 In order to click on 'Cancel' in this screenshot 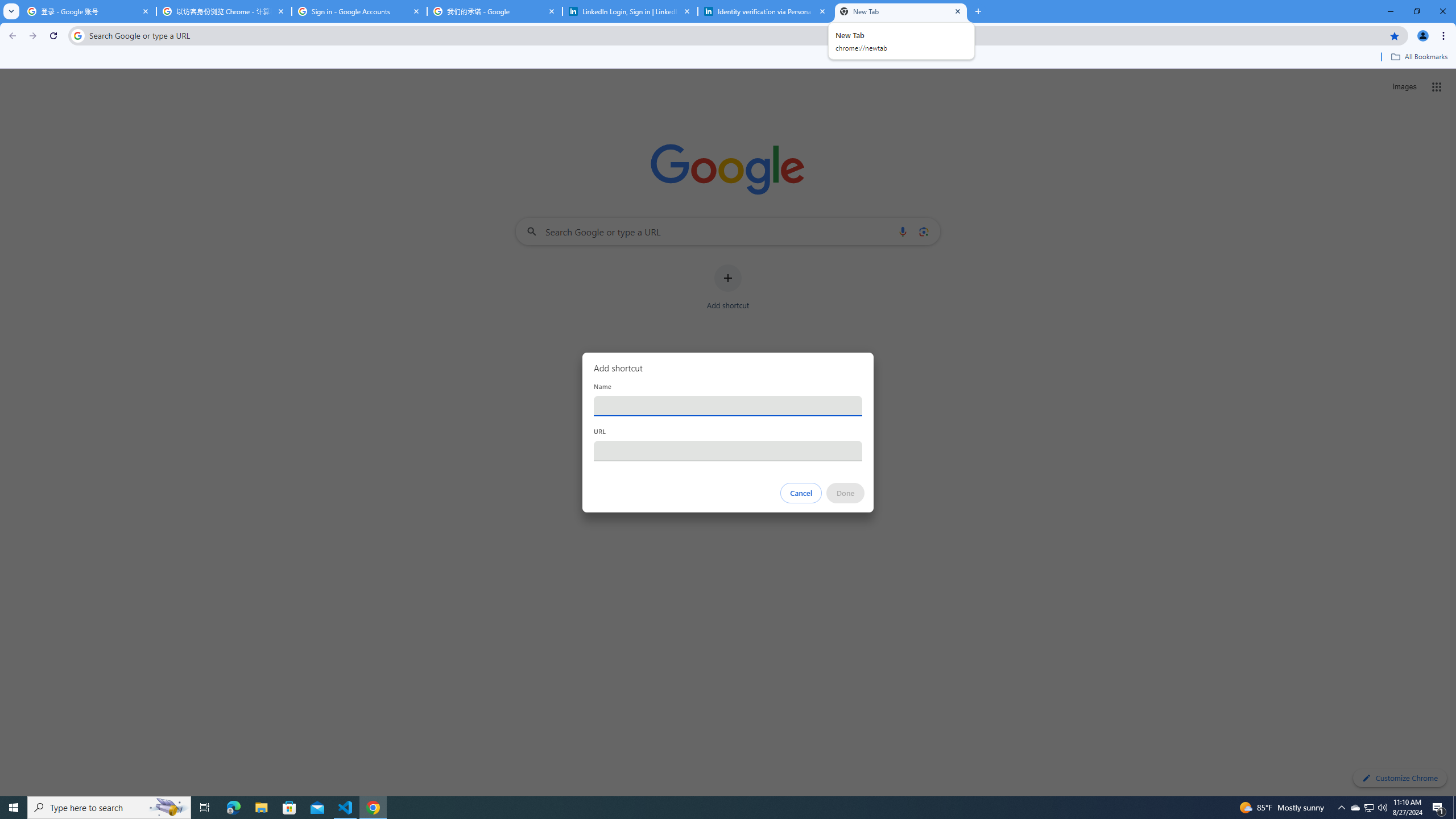, I will do `click(801, 493)`.